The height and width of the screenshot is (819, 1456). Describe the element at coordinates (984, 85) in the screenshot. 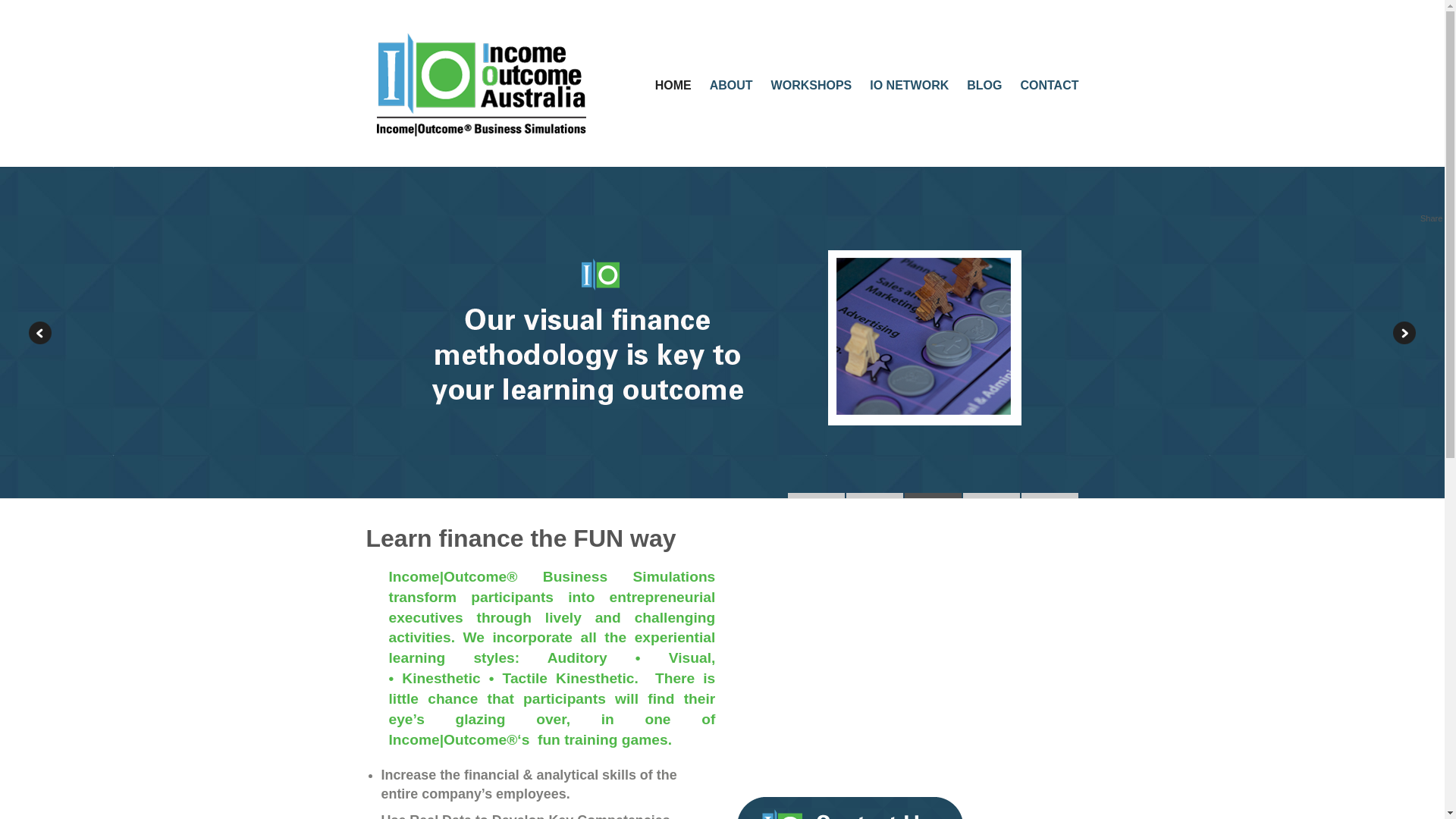

I see `'BLOG'` at that location.